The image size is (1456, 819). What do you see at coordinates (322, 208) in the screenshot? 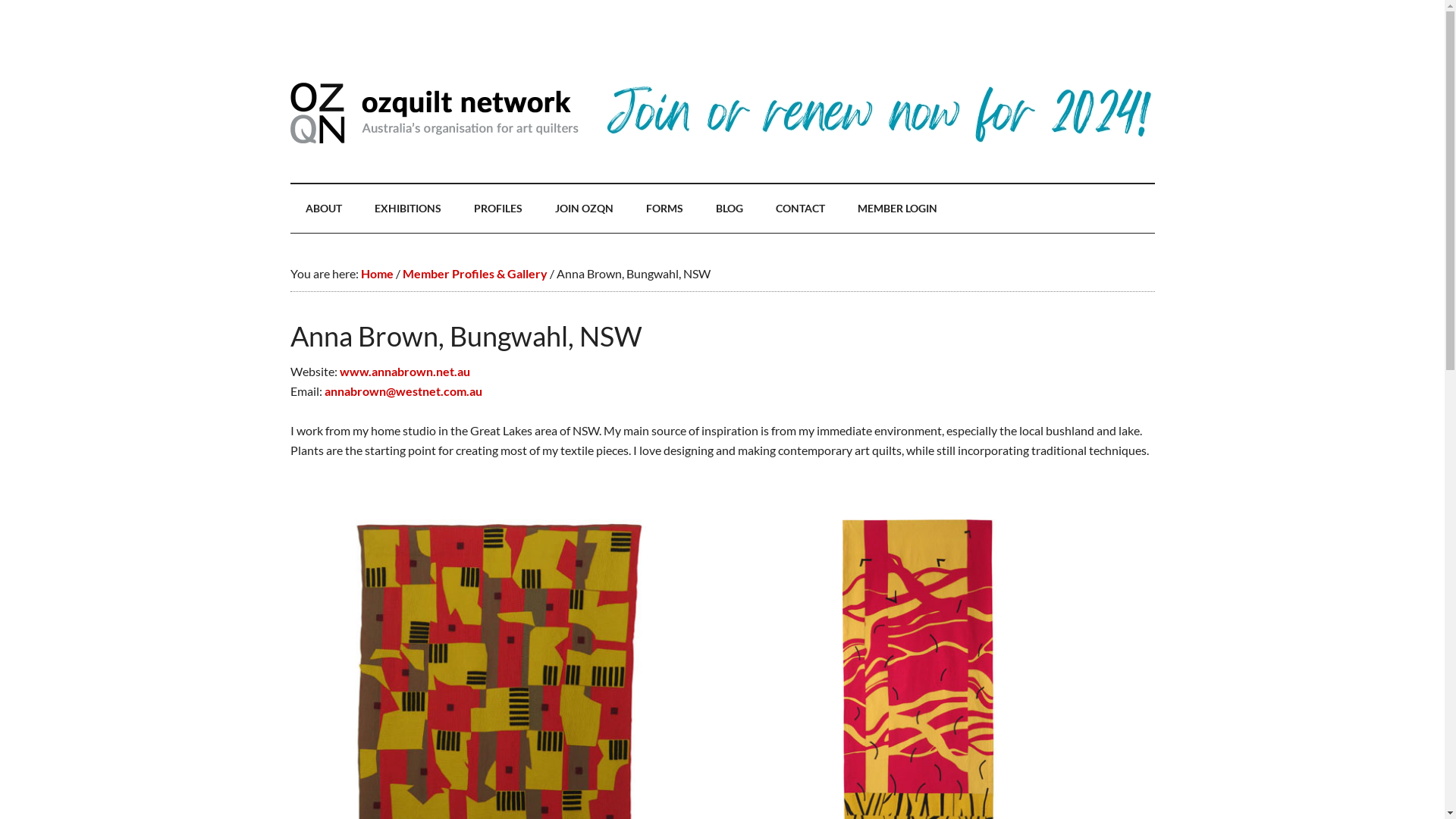
I see `'ABOUT'` at bounding box center [322, 208].